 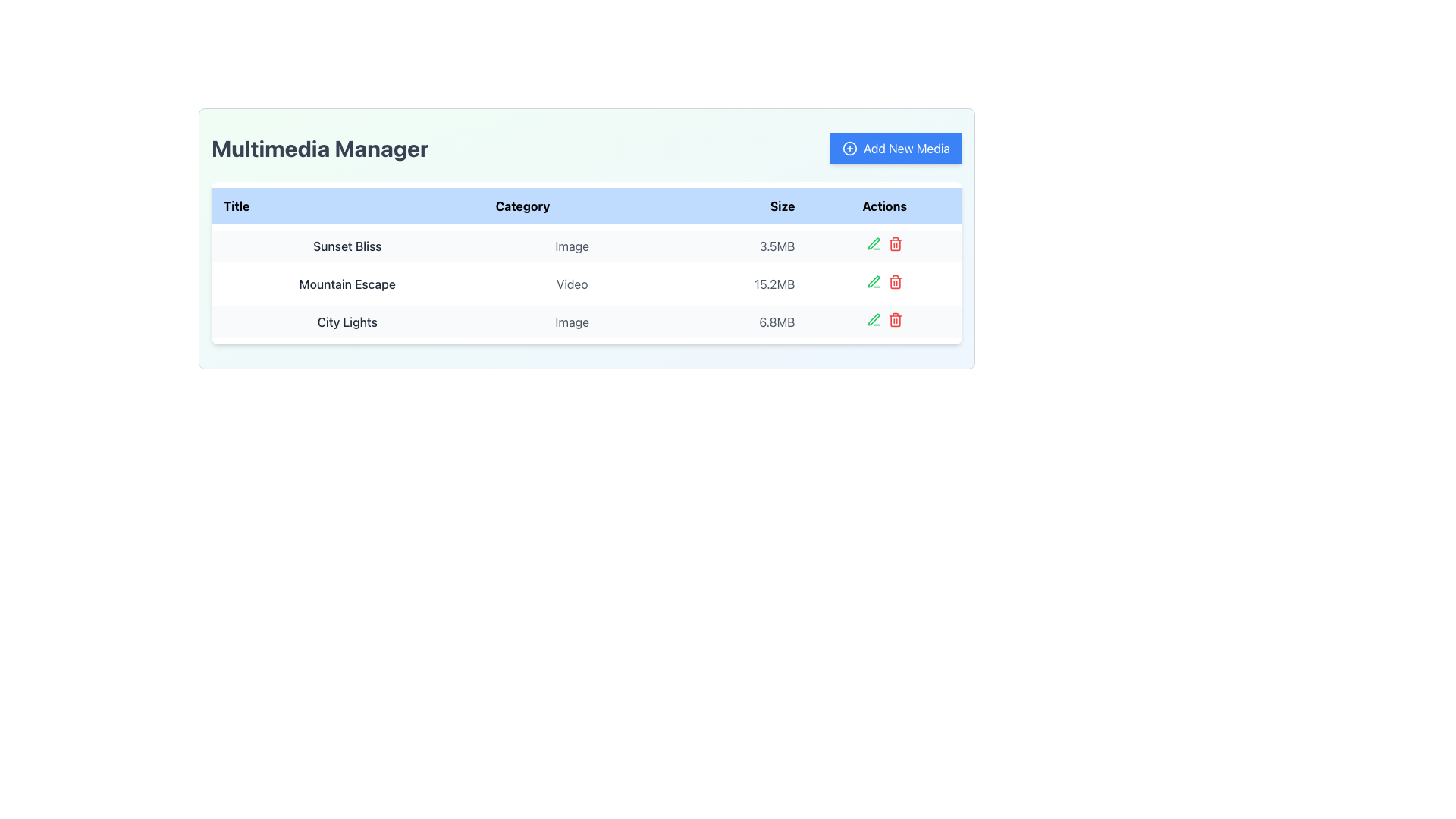 I want to click on the small green pen icon located in the 'Actions' column of the first row in the table, adjacent to the '3.5MB' size details, so click(x=874, y=243).